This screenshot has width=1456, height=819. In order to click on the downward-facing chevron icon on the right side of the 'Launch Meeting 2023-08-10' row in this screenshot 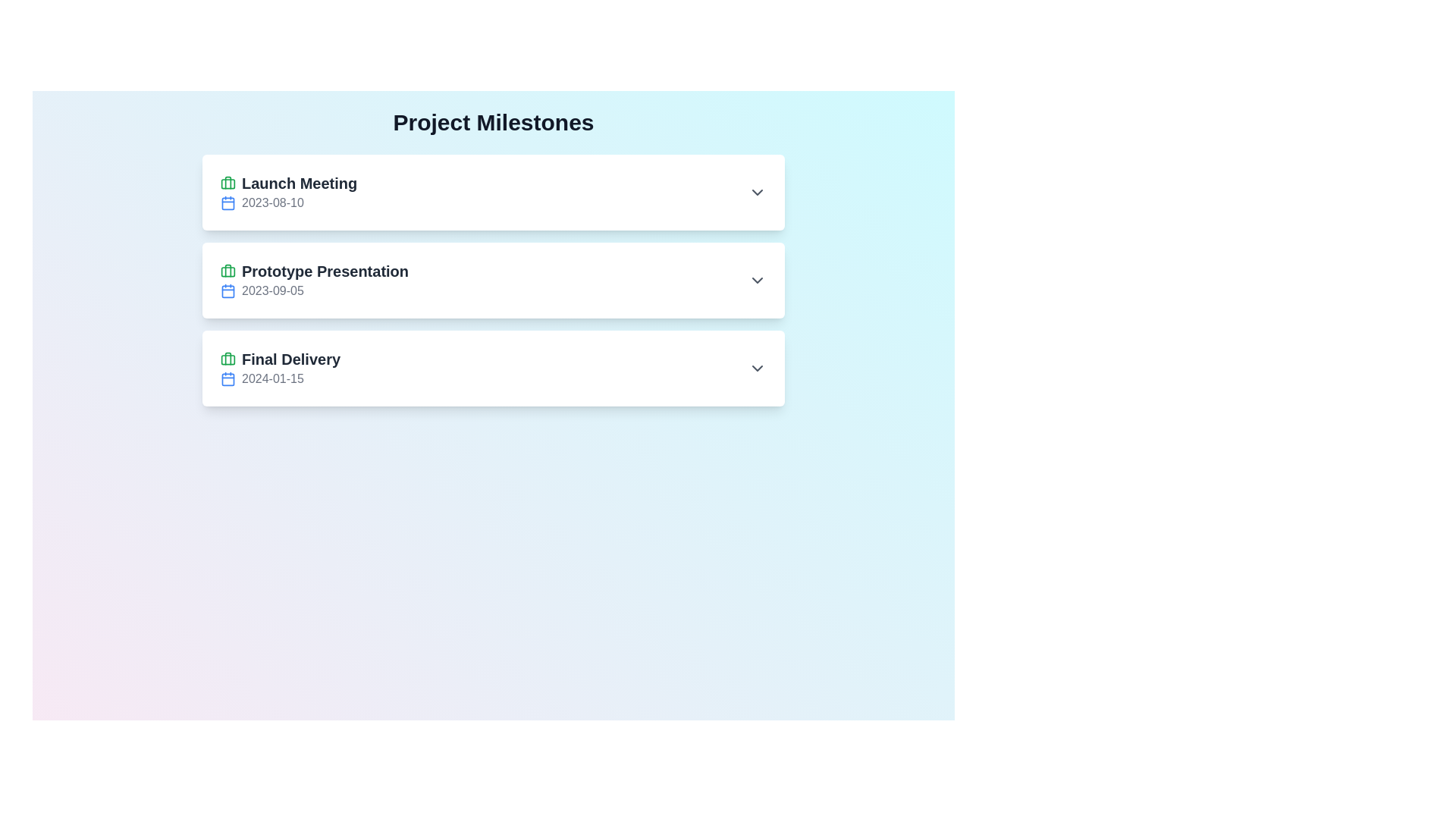, I will do `click(757, 192)`.